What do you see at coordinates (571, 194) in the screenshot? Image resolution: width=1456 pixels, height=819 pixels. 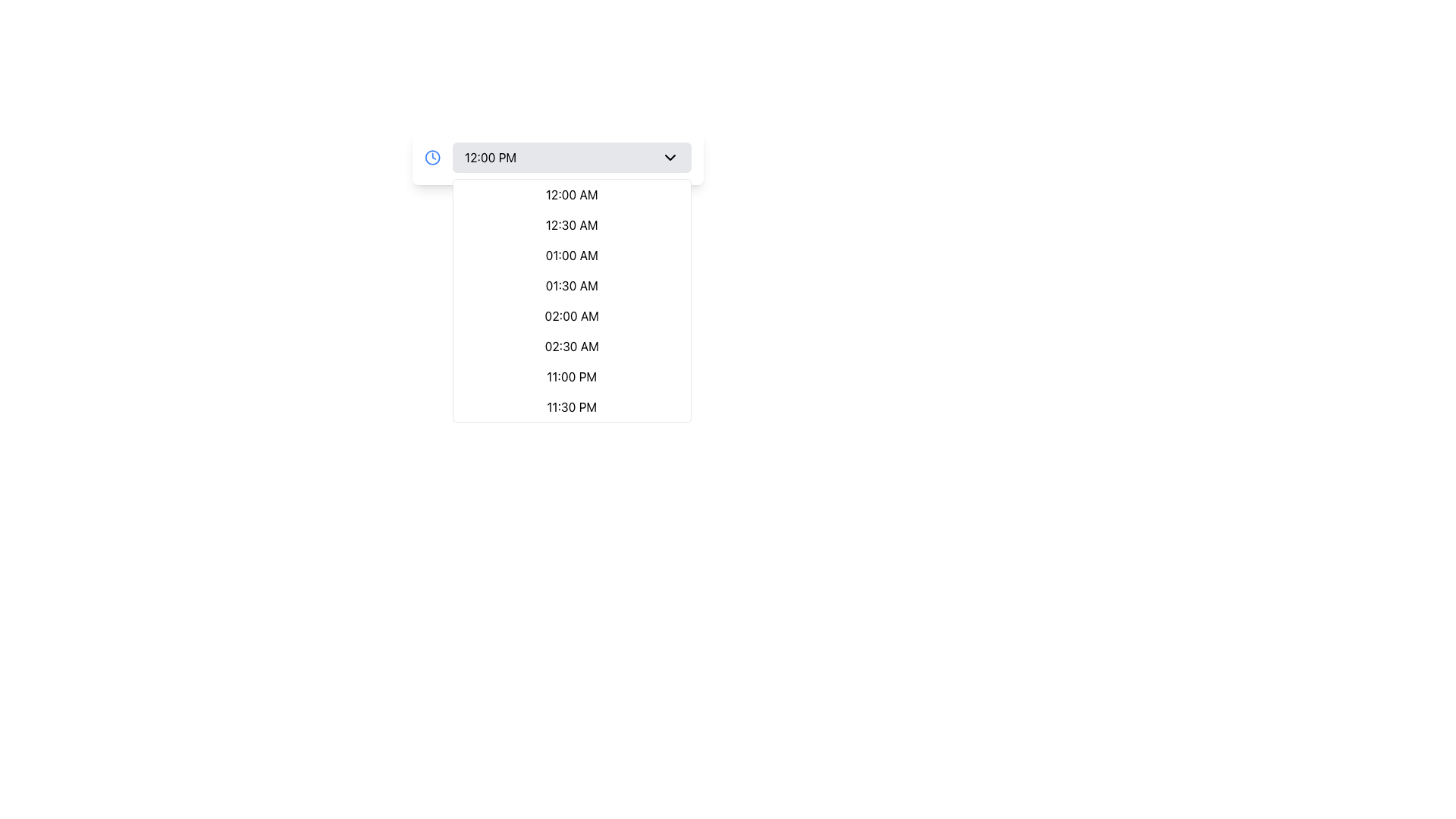 I see `the first item in the dropdown menu displaying the time '12:00 AM'` at bounding box center [571, 194].